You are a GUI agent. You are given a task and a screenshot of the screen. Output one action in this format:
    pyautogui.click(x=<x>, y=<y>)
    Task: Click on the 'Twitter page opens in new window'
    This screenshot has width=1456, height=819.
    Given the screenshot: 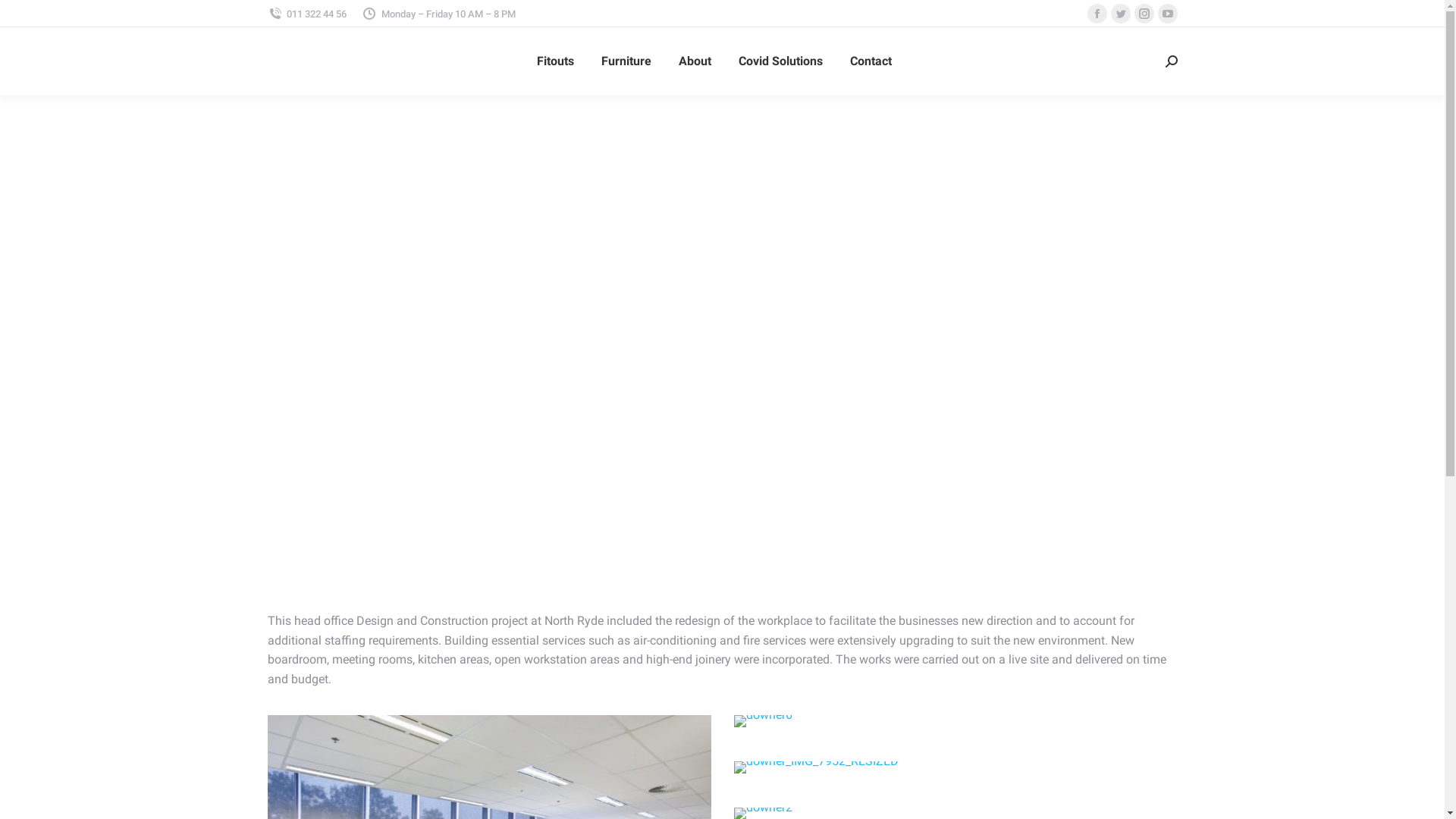 What is the action you would take?
    pyautogui.click(x=1120, y=14)
    